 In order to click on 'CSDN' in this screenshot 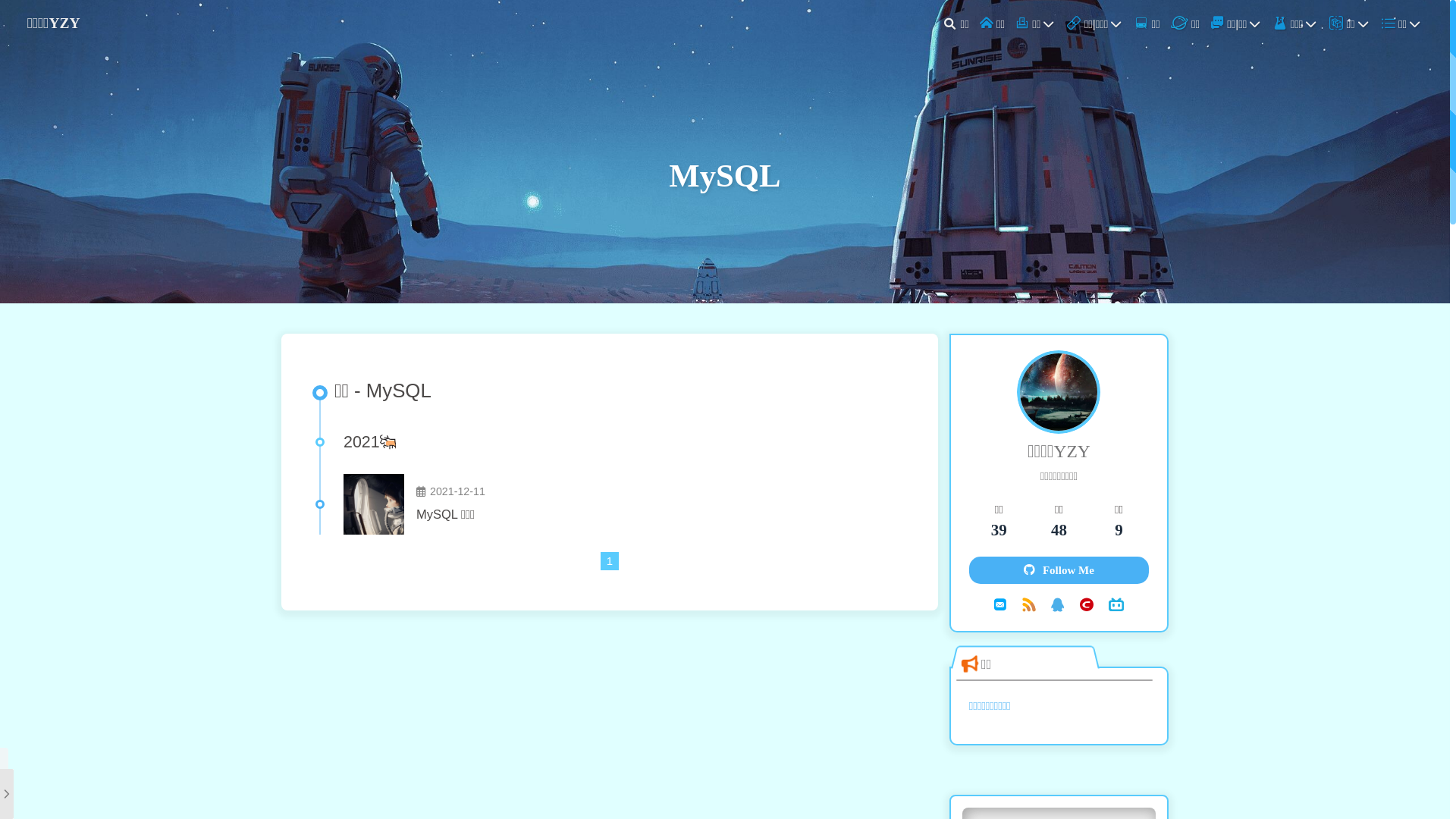, I will do `click(1086, 604)`.